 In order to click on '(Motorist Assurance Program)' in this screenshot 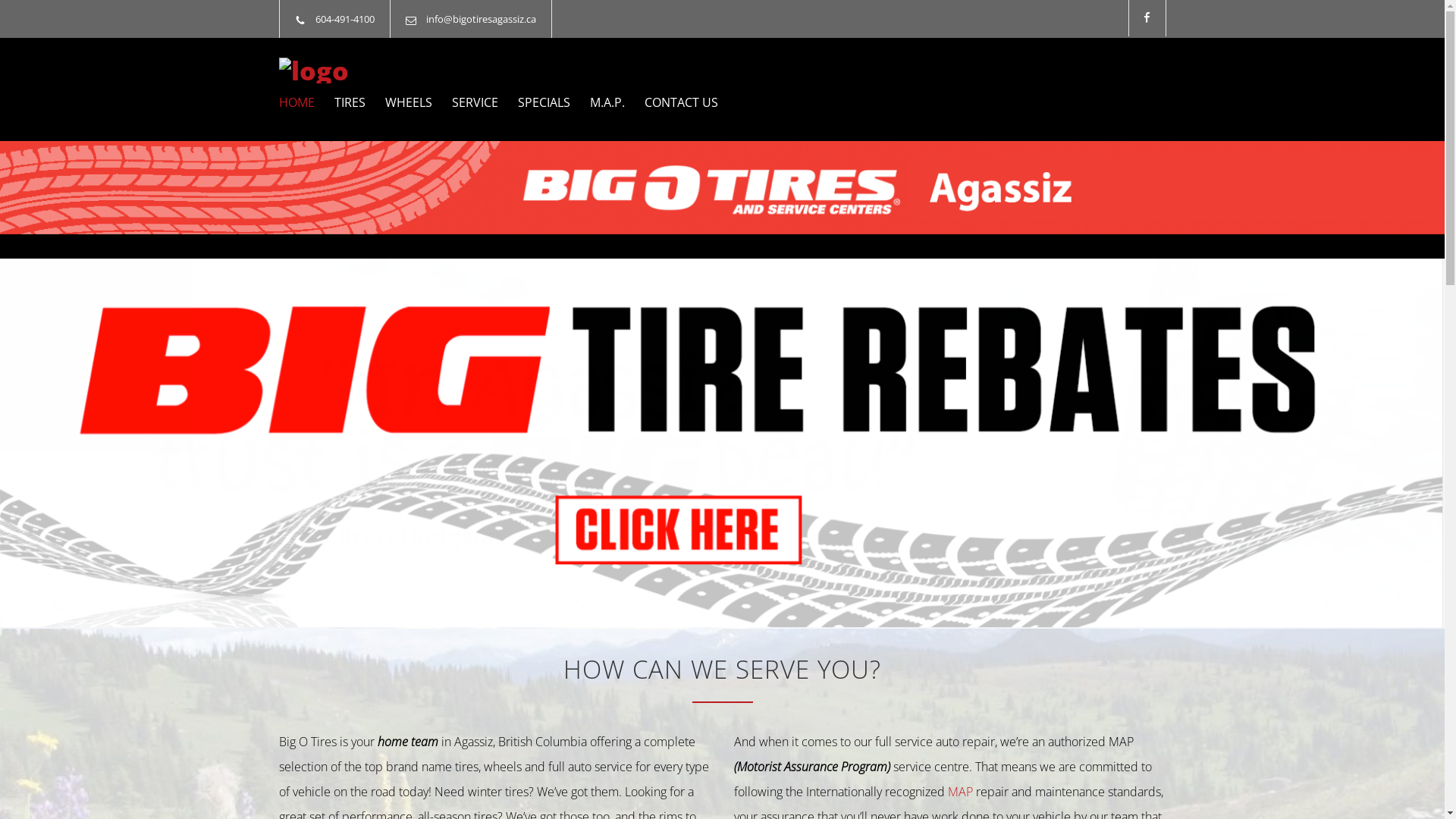, I will do `click(813, 766)`.